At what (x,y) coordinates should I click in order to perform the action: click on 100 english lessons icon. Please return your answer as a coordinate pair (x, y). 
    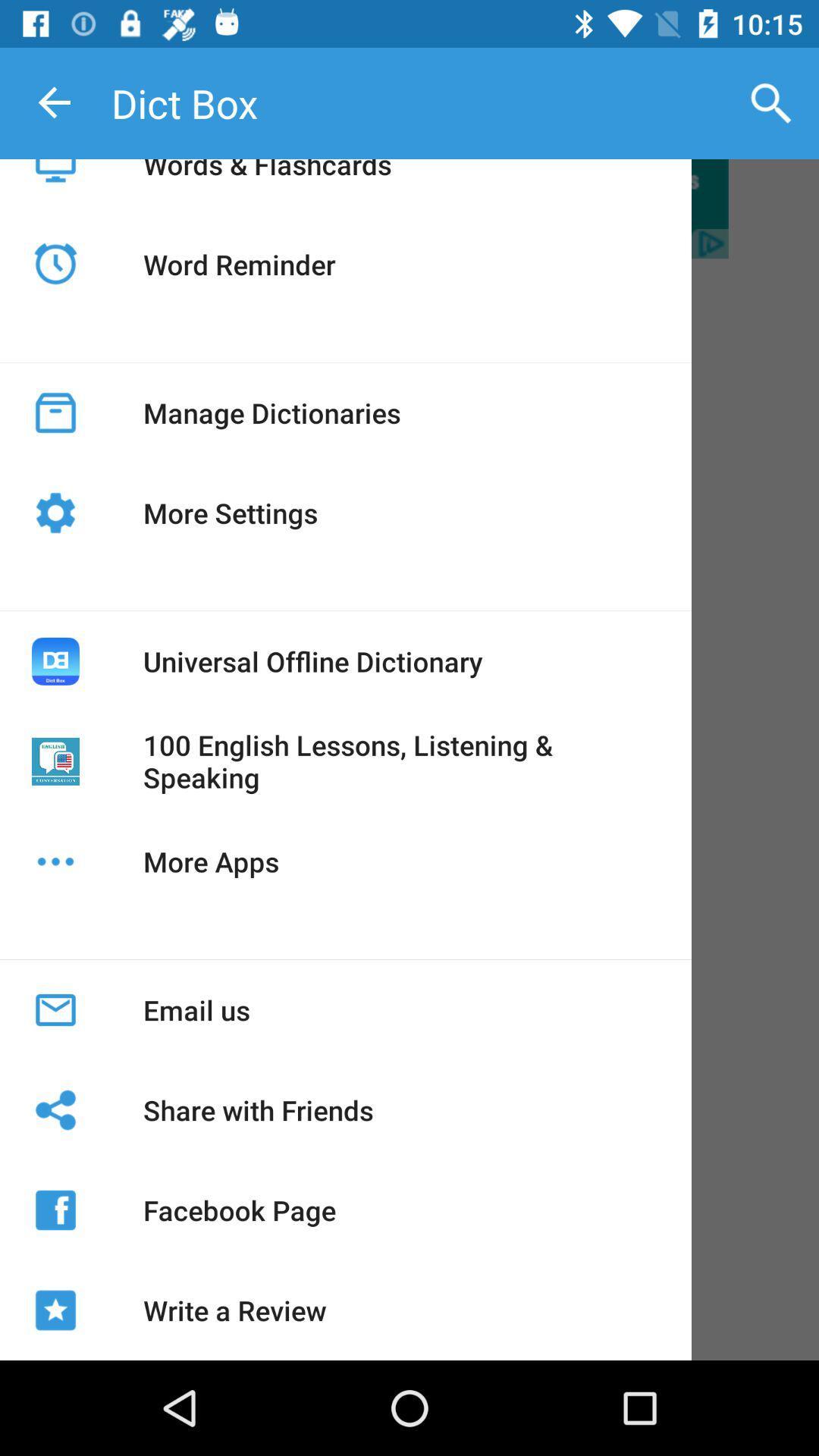
    Looking at the image, I should click on (400, 761).